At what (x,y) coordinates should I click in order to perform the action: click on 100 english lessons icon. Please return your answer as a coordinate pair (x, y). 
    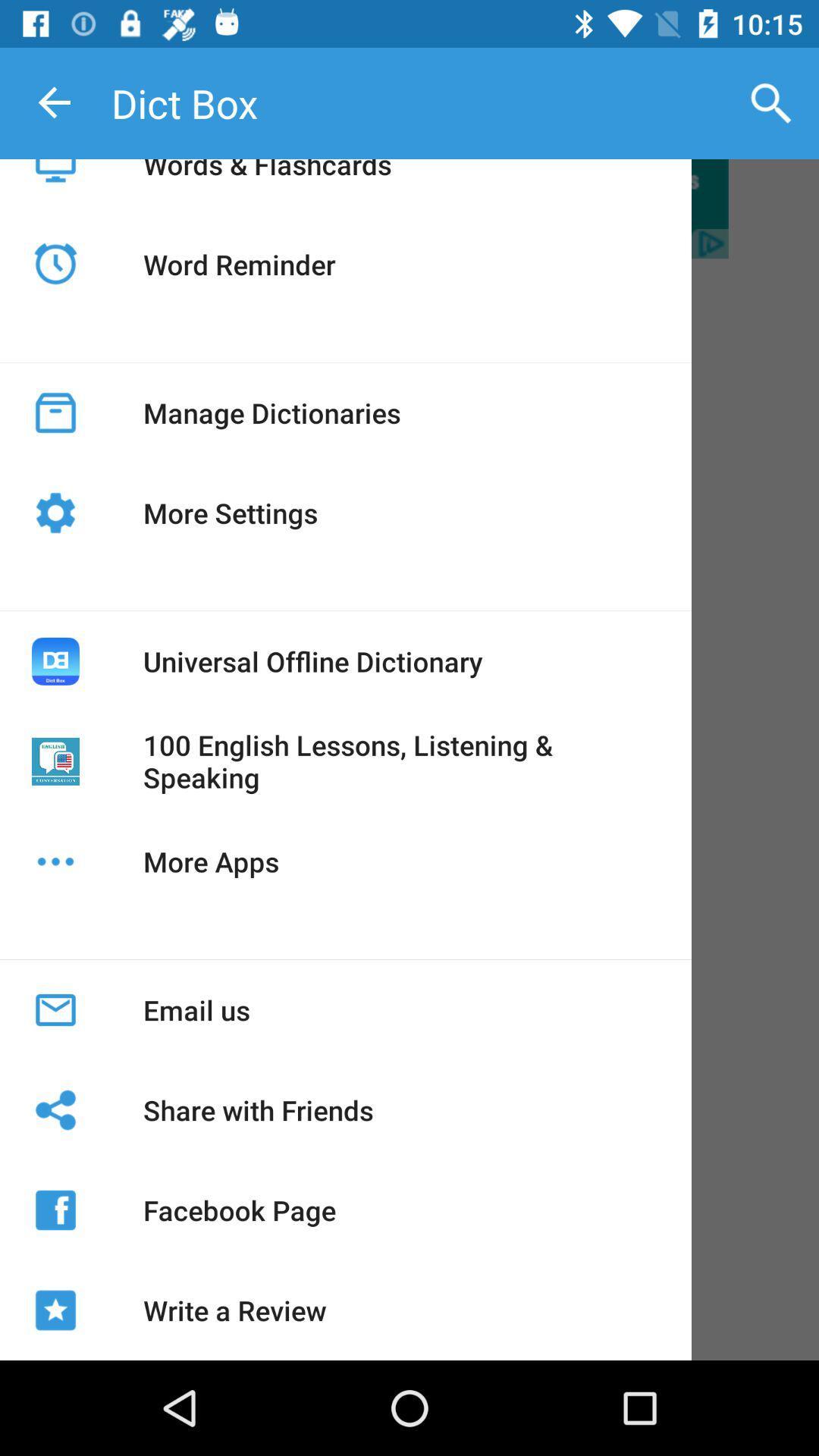
    Looking at the image, I should click on (400, 761).